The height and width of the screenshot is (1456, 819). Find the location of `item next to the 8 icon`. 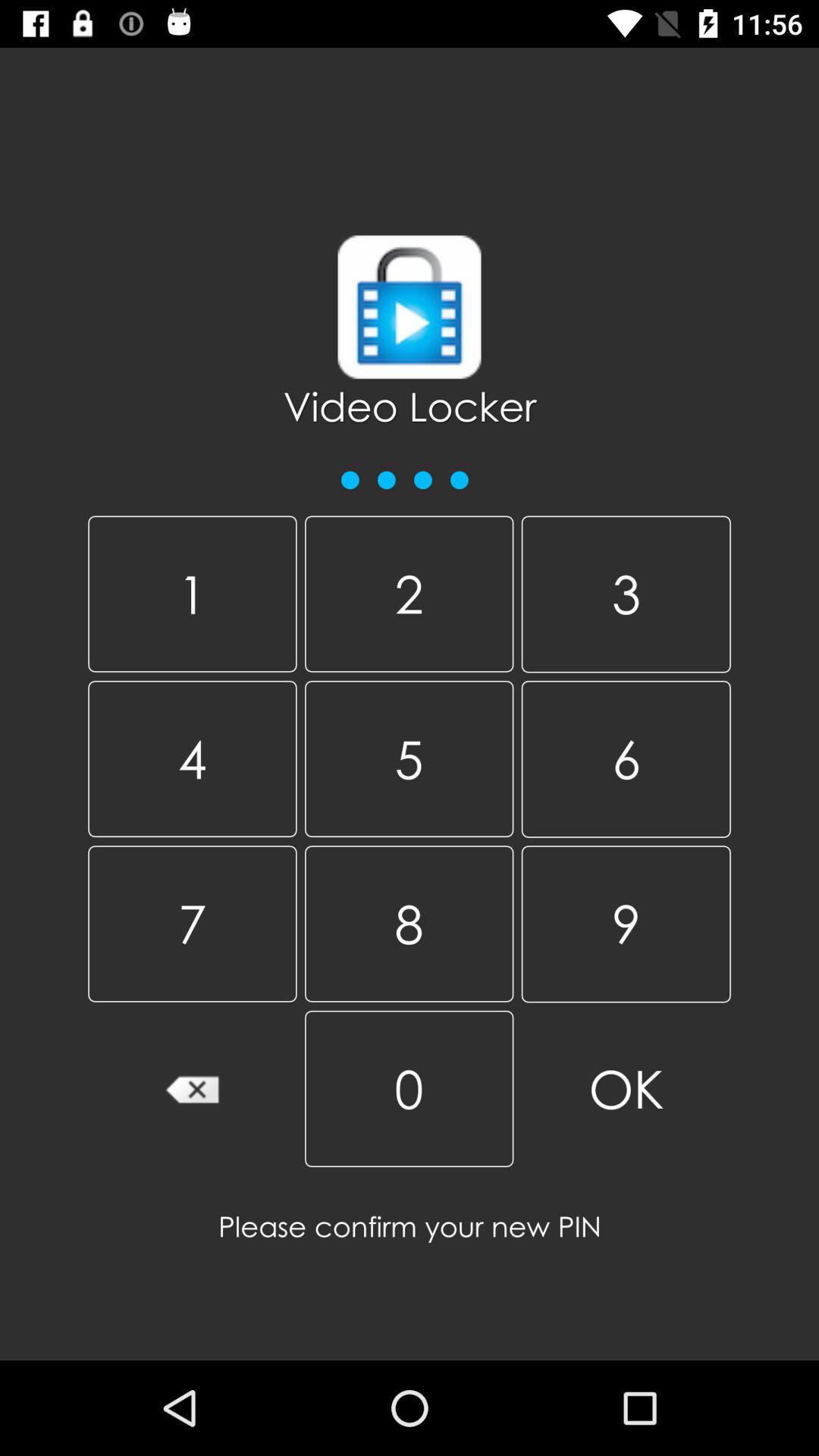

item next to the 8 icon is located at coordinates (626, 1088).